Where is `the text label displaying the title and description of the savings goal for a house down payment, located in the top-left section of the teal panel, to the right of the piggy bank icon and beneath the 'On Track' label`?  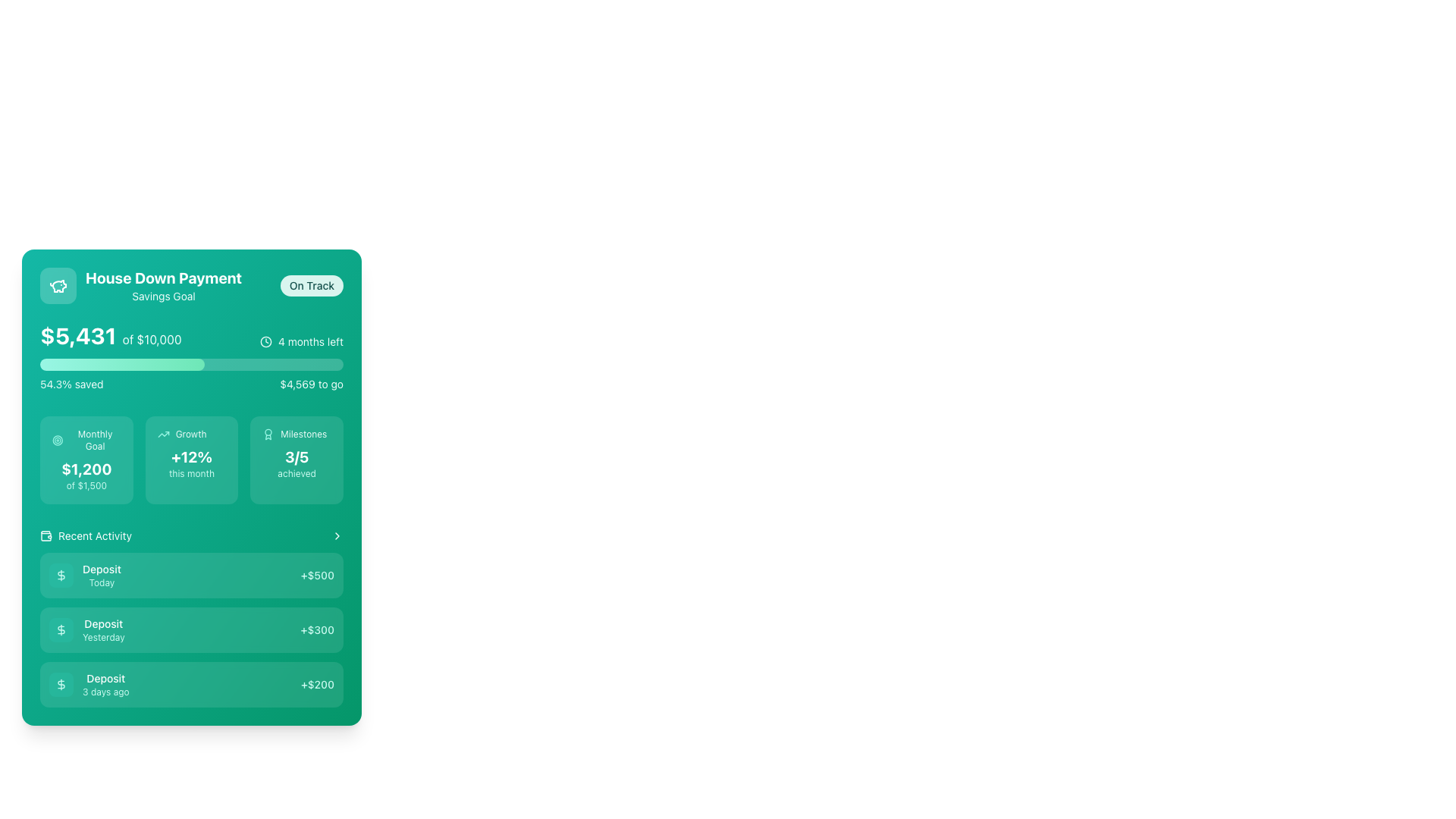
the text label displaying the title and description of the savings goal for a house down payment, located in the top-left section of the teal panel, to the right of the piggy bank icon and beneath the 'On Track' label is located at coordinates (164, 286).